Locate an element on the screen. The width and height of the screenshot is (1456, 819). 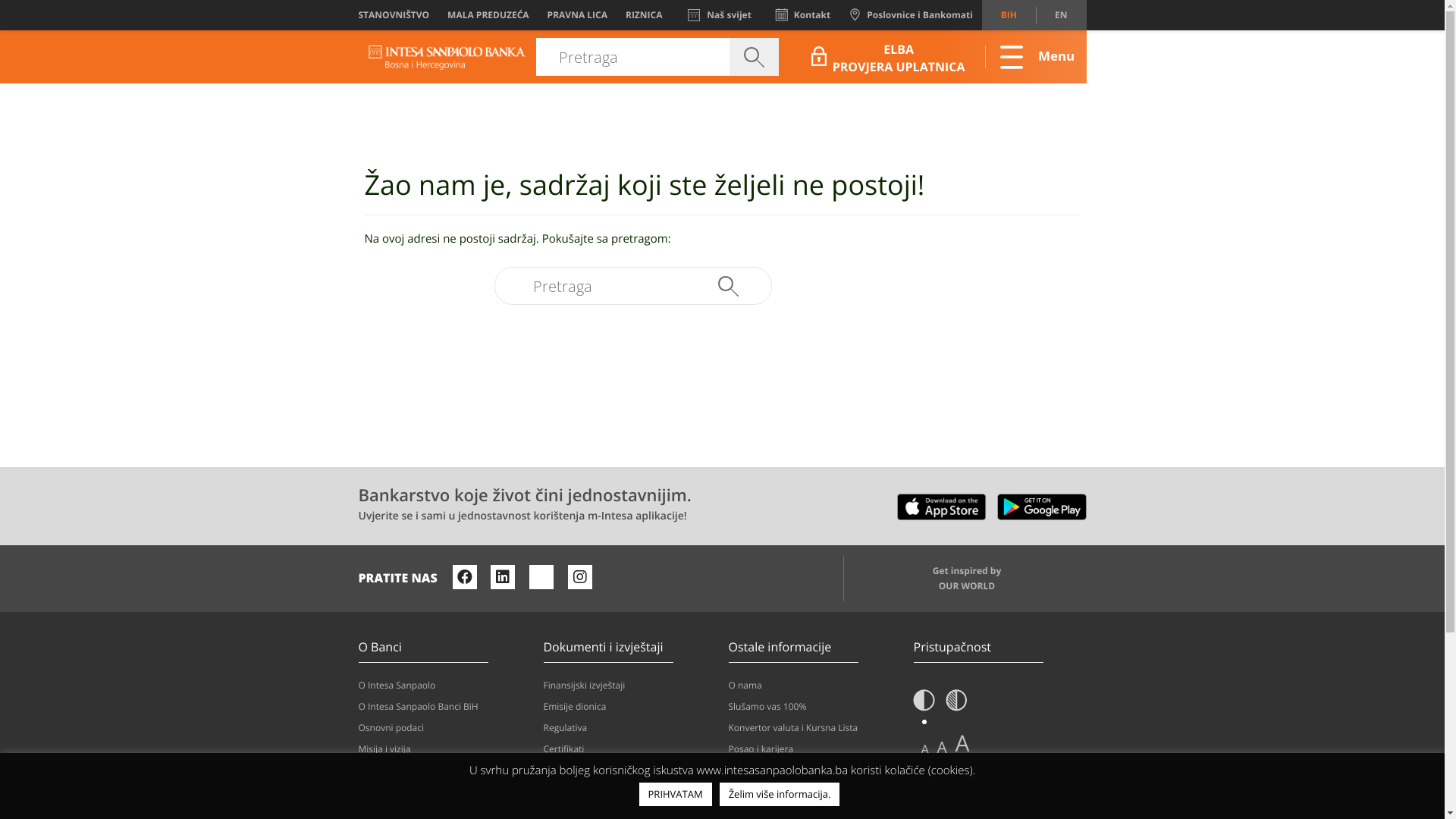
'A' is located at coordinates (924, 748).